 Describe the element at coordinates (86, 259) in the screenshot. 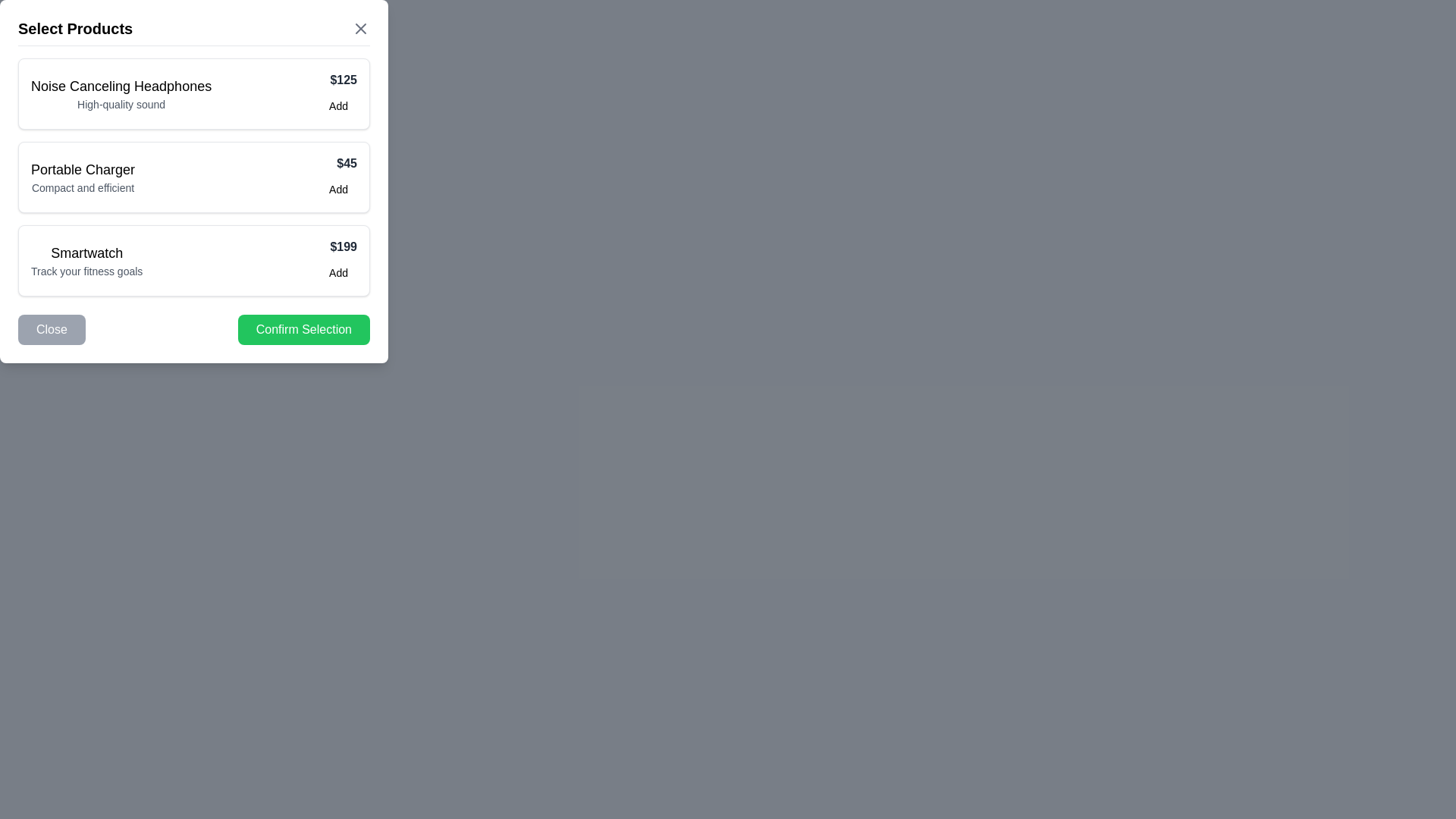

I see `the Text block displaying the name and description of the product 'Smartwatch' located below the headline text in the third product listing of the 'Select Products' modal` at that location.